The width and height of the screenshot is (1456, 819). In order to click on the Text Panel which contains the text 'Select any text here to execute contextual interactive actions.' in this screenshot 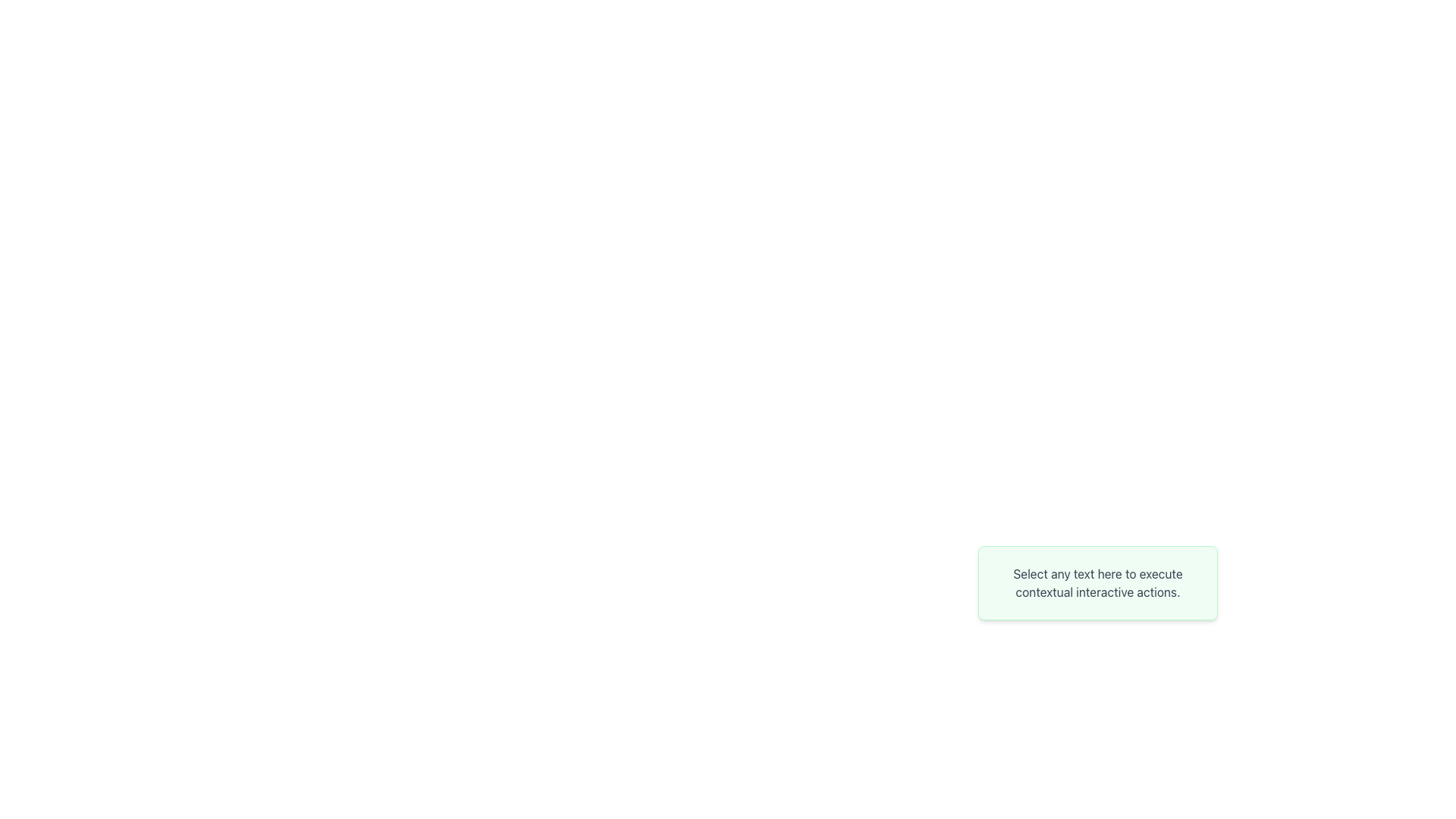, I will do `click(1098, 626)`.